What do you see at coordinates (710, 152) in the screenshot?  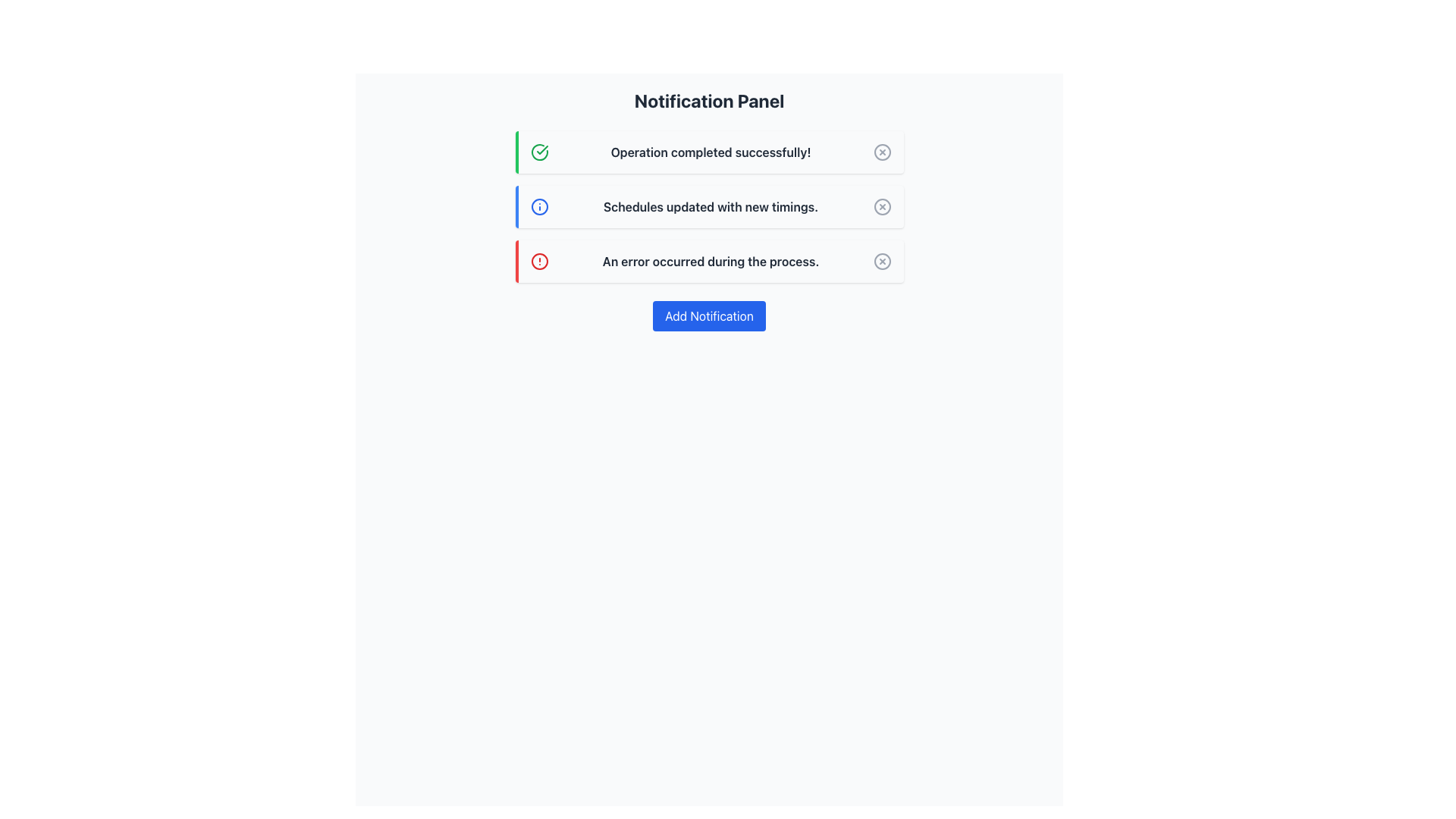 I see `the static text display that shows 'Operation completed successfully!' within the green-themed notification card` at bounding box center [710, 152].